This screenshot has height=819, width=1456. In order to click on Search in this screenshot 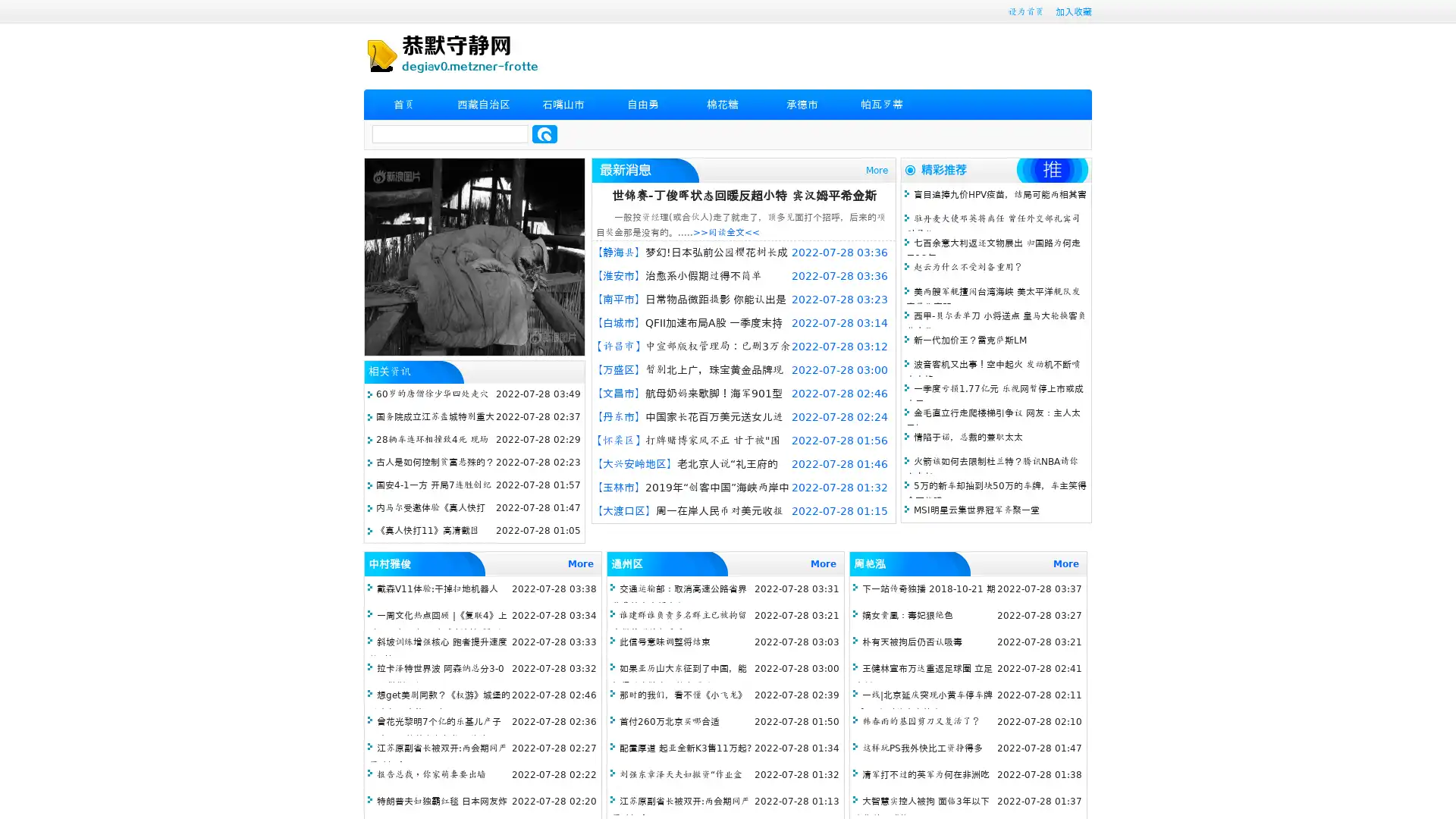, I will do `click(544, 133)`.